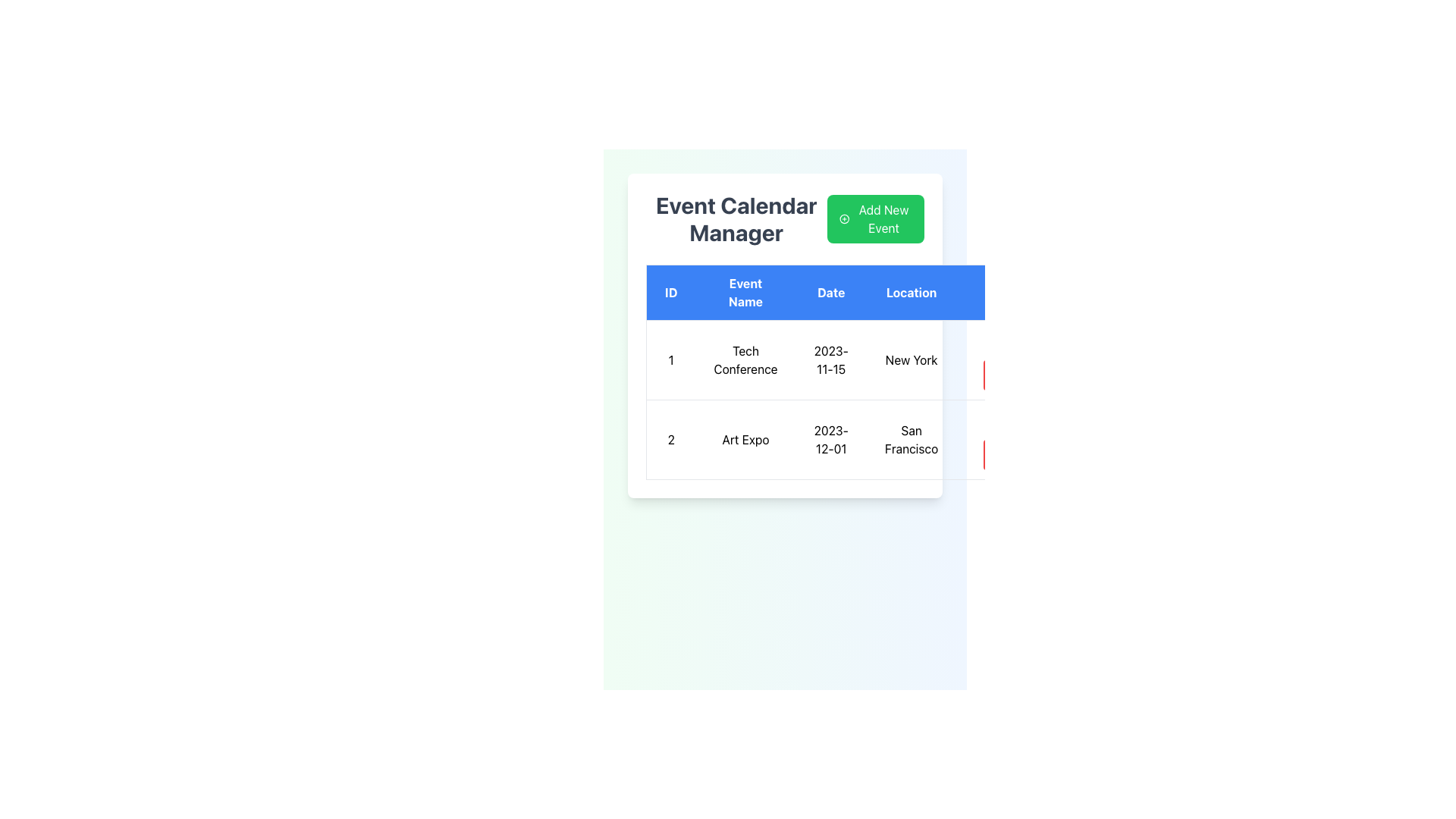 The image size is (1456, 819). What do you see at coordinates (830, 439) in the screenshot?
I see `the static date label for the 'Art Expo' event in the second row of the table, located in the 'Date' column` at bounding box center [830, 439].